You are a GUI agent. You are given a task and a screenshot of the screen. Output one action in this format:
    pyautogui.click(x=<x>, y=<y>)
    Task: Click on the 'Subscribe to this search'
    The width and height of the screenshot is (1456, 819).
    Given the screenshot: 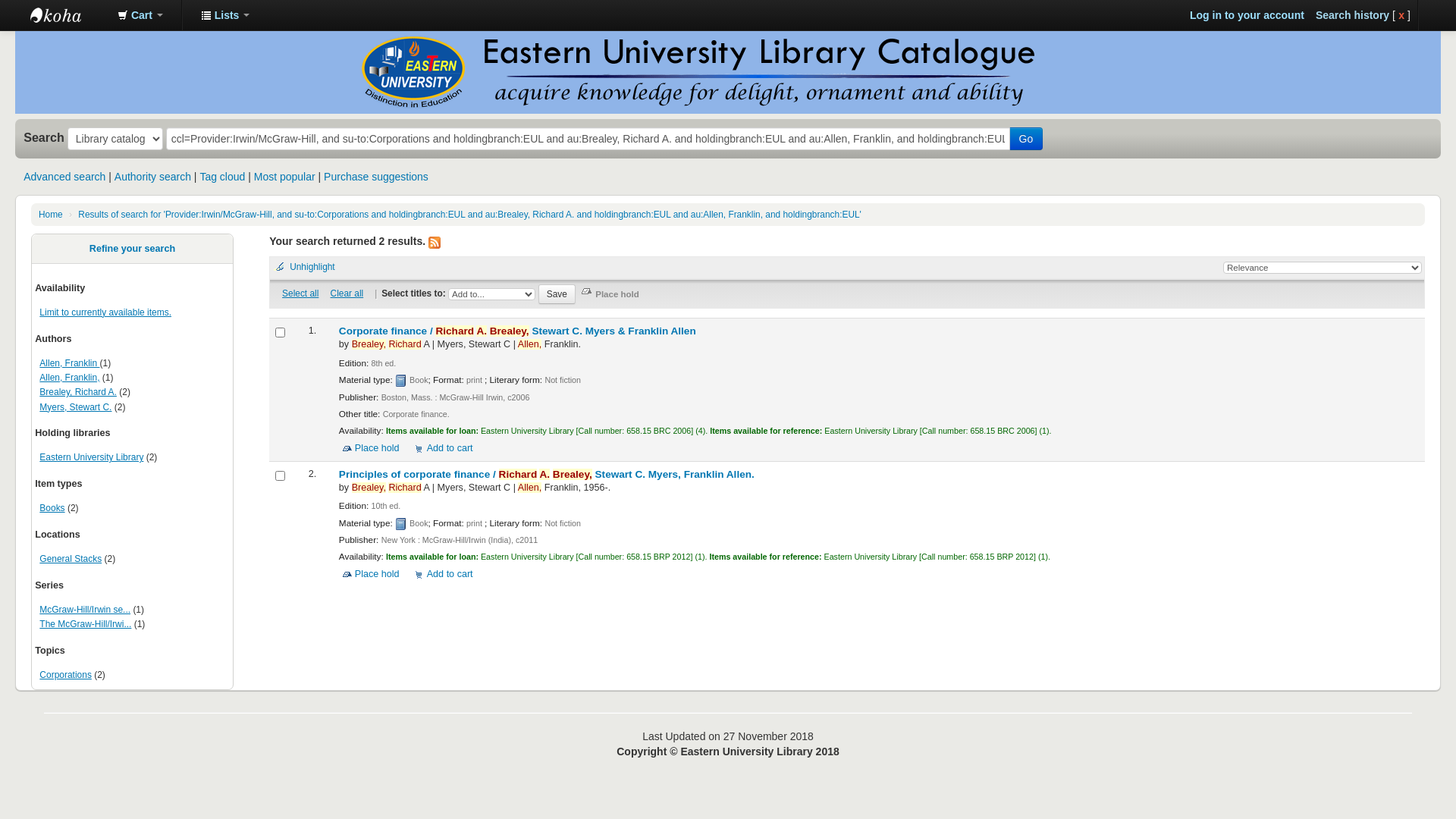 What is the action you would take?
    pyautogui.click(x=433, y=242)
    